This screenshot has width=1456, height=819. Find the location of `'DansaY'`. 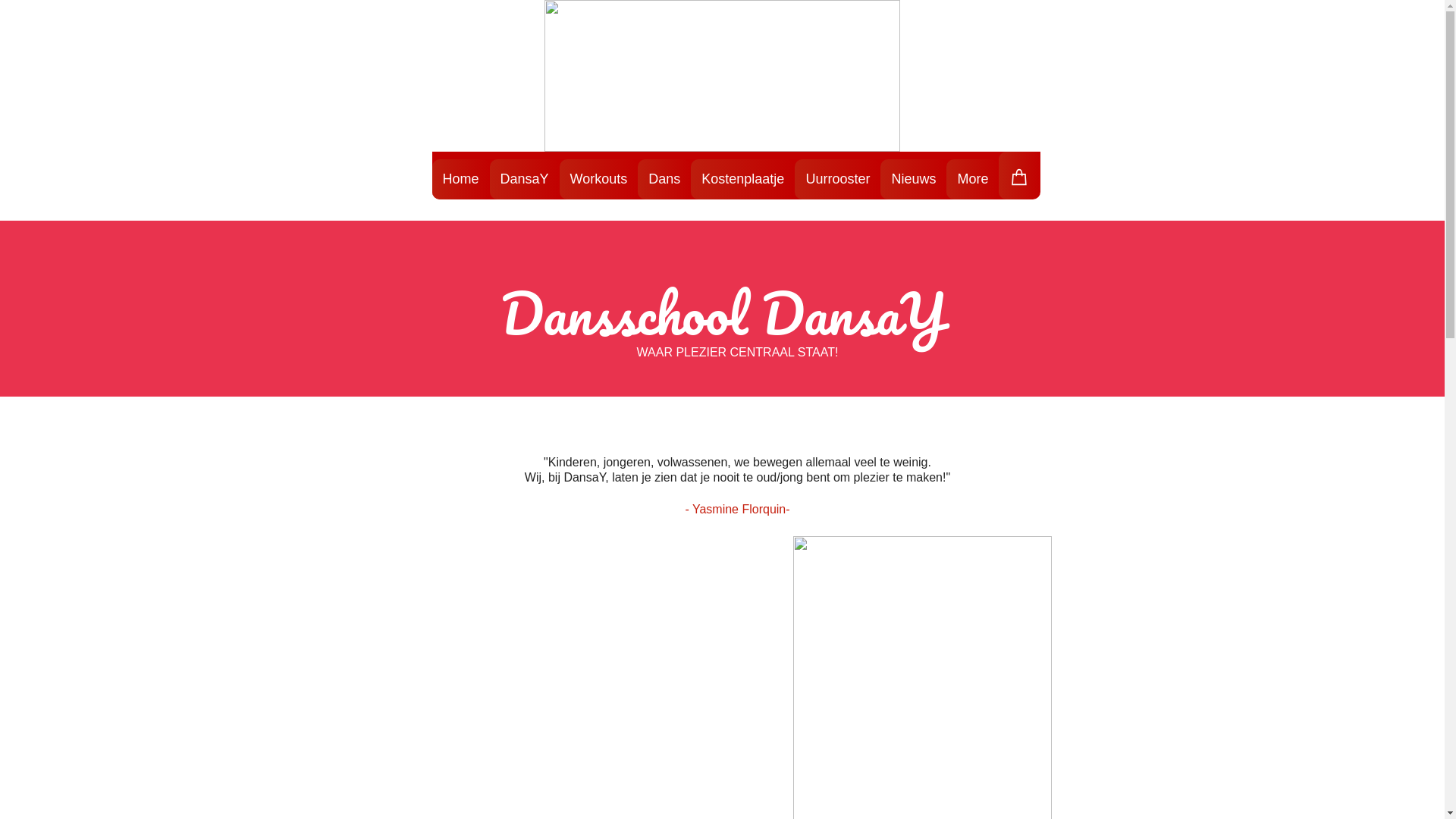

'DansaY' is located at coordinates (524, 178).